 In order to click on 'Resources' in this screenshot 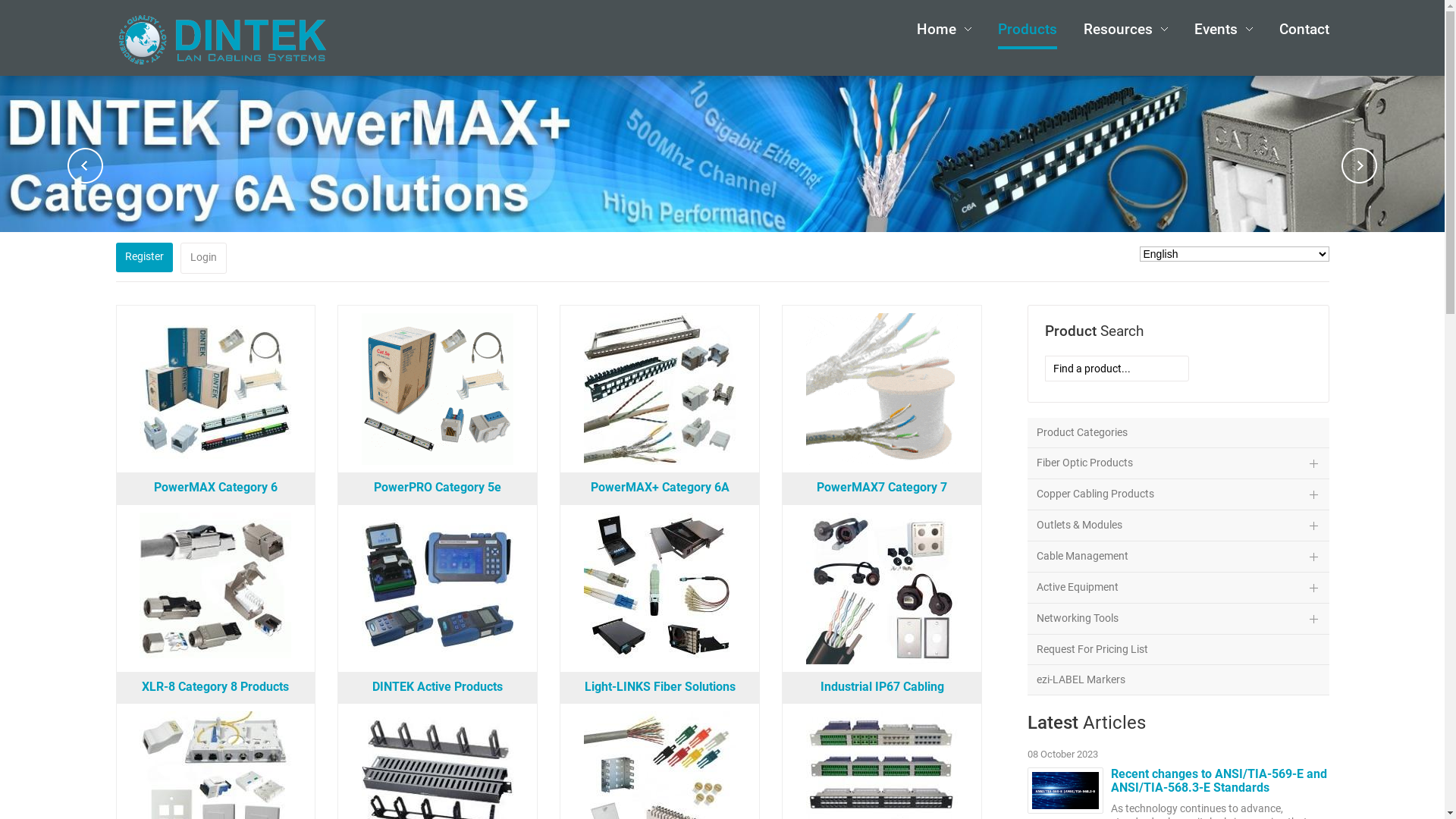, I will do `click(1125, 29)`.